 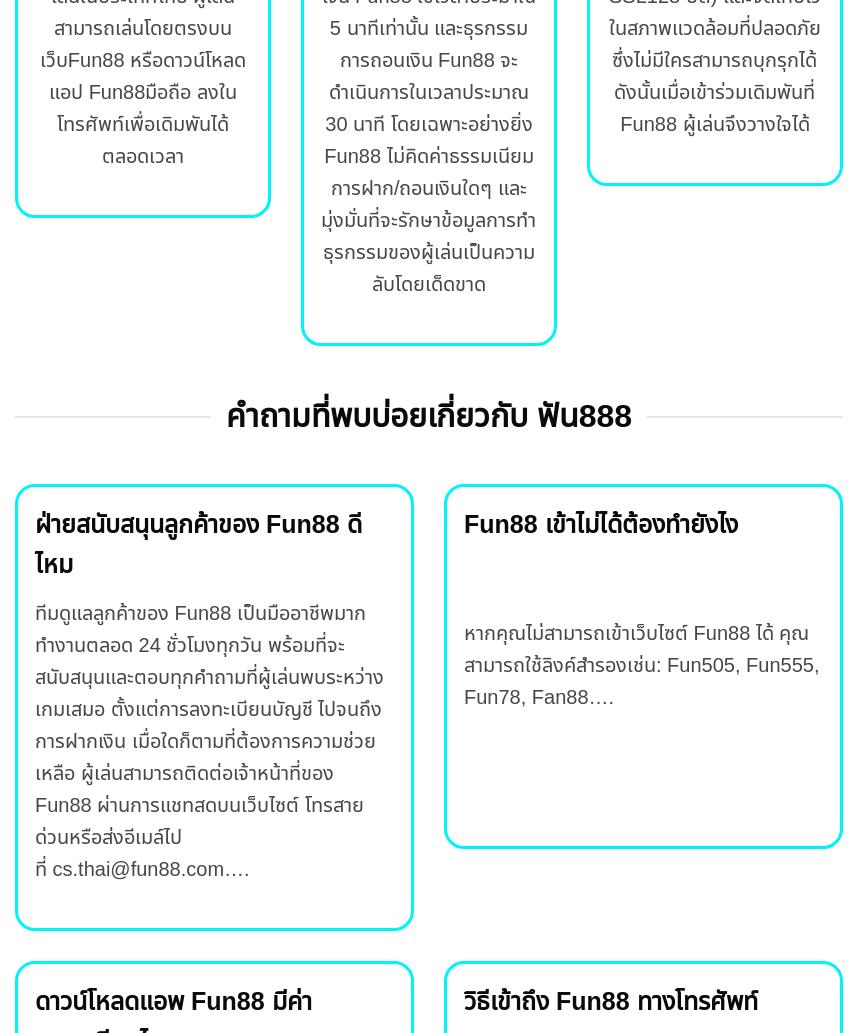 I want to click on '….', so click(x=235, y=867).